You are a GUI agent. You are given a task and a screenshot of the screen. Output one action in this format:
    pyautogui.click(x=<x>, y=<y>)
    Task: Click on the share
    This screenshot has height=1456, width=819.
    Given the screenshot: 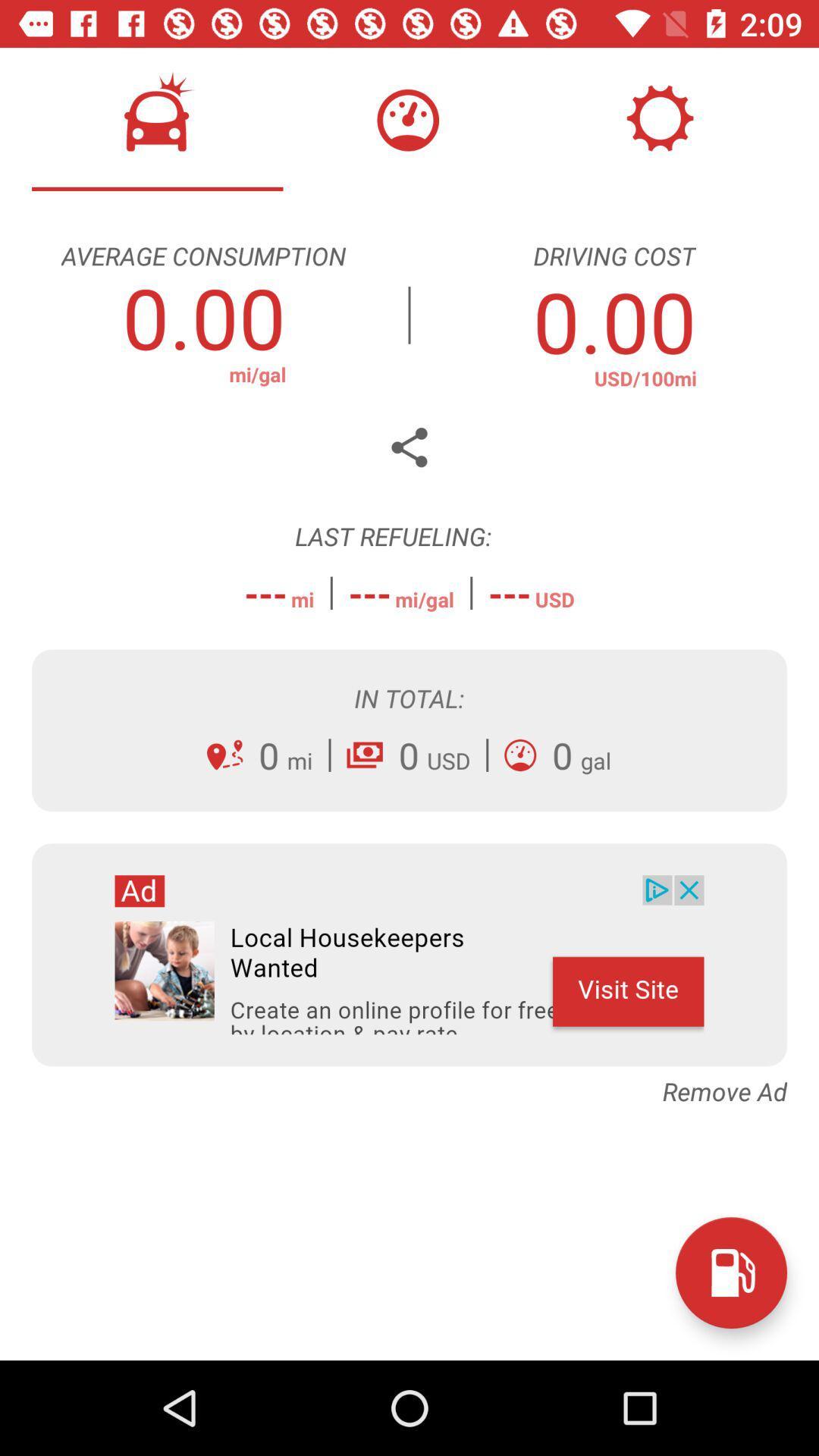 What is the action you would take?
    pyautogui.click(x=409, y=447)
    